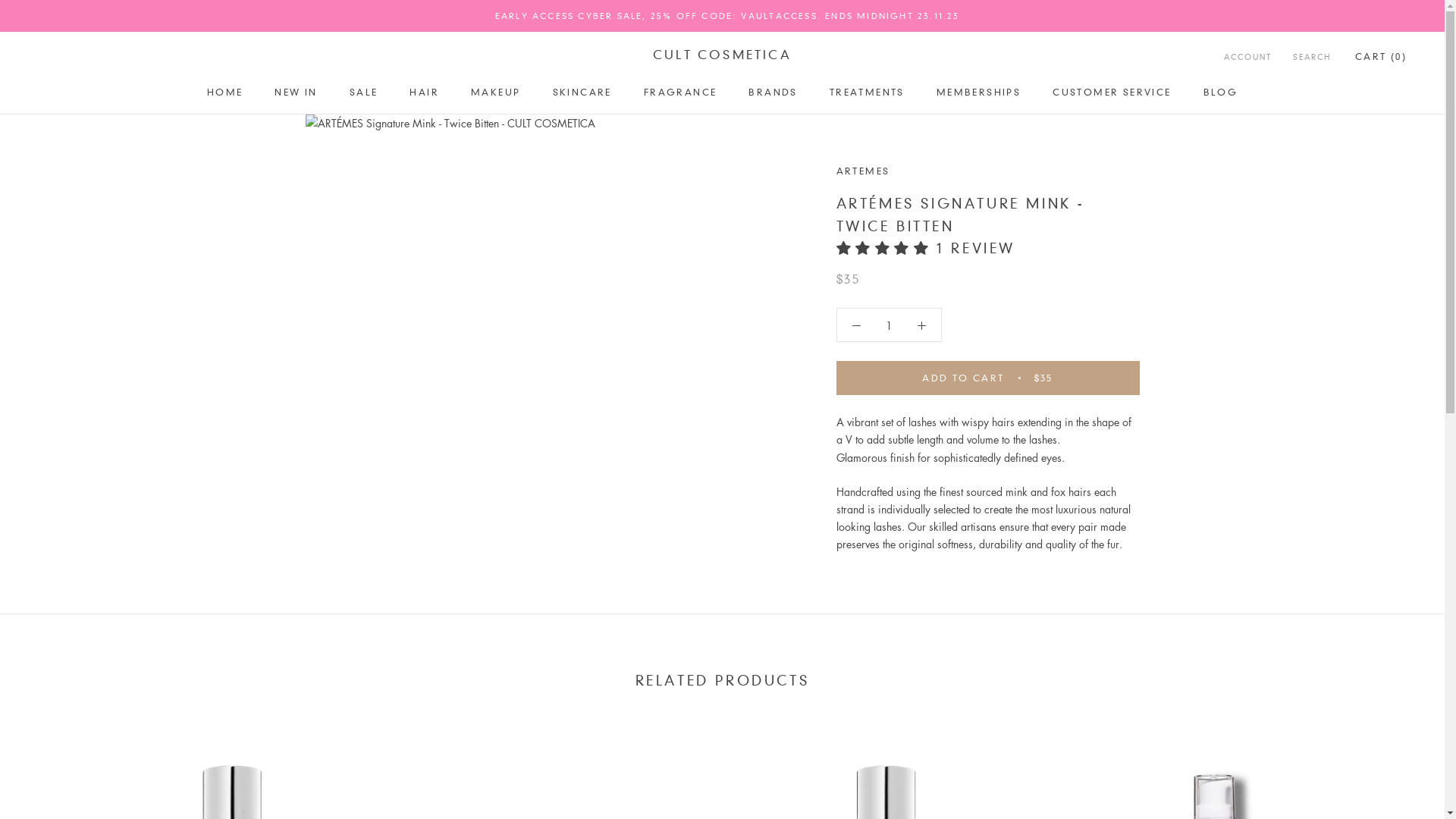 Image resolution: width=1456 pixels, height=819 pixels. Describe the element at coordinates (1354, 55) in the screenshot. I see `'CART (0)'` at that location.